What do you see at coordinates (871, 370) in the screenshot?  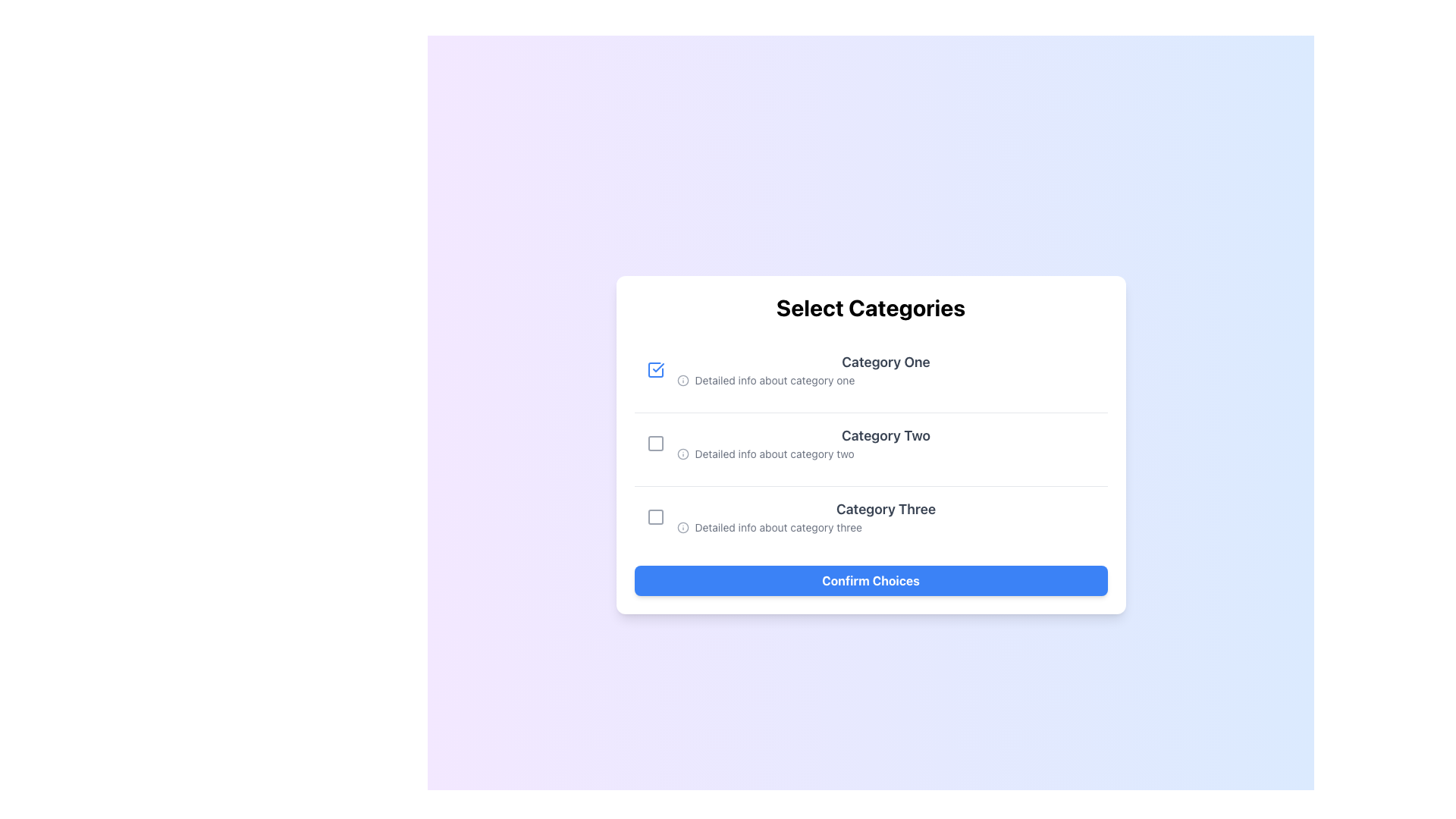 I see `the Category Selection Component labeled 'Category One'` at bounding box center [871, 370].